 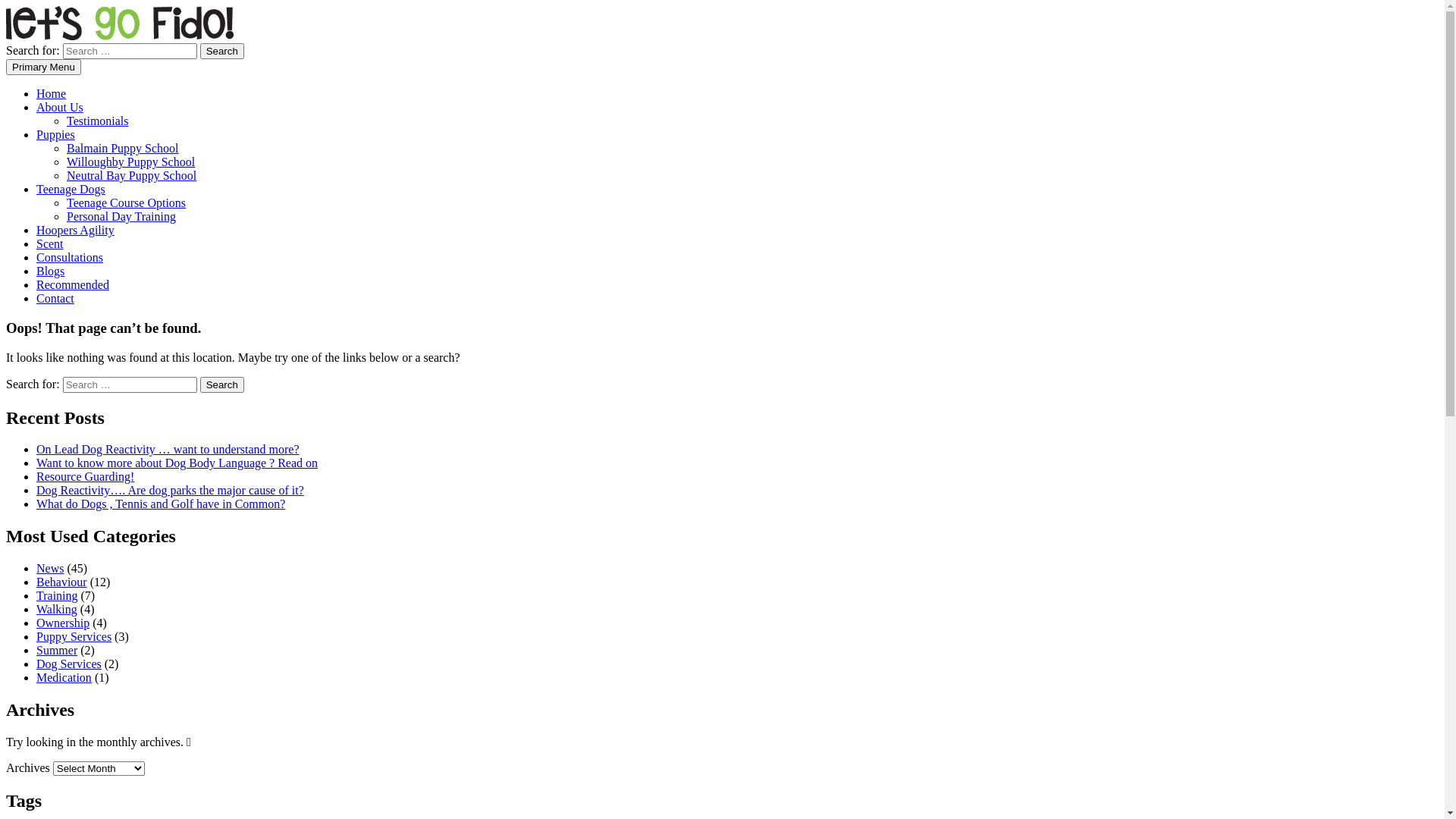 What do you see at coordinates (36, 608) in the screenshot?
I see `'Walking'` at bounding box center [36, 608].